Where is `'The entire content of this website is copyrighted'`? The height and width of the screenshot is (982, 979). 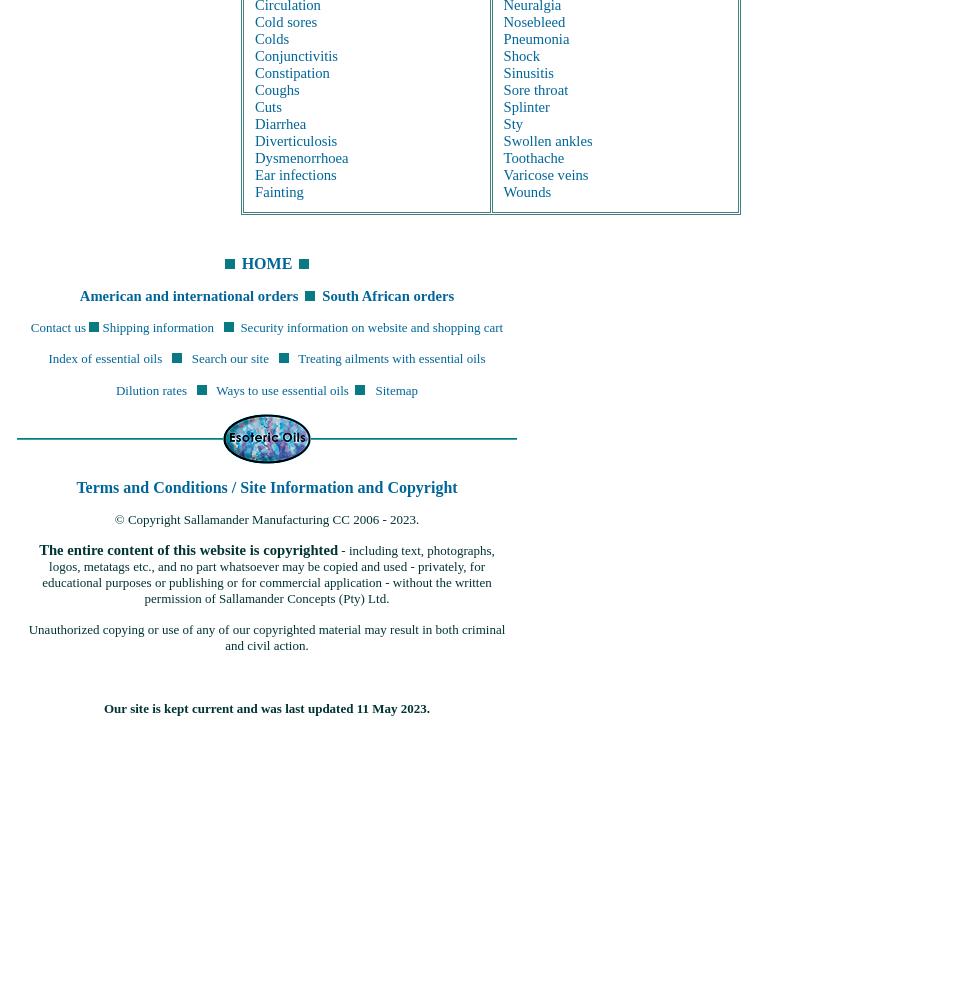 'The entire content of this website is copyrighted' is located at coordinates (188, 549).